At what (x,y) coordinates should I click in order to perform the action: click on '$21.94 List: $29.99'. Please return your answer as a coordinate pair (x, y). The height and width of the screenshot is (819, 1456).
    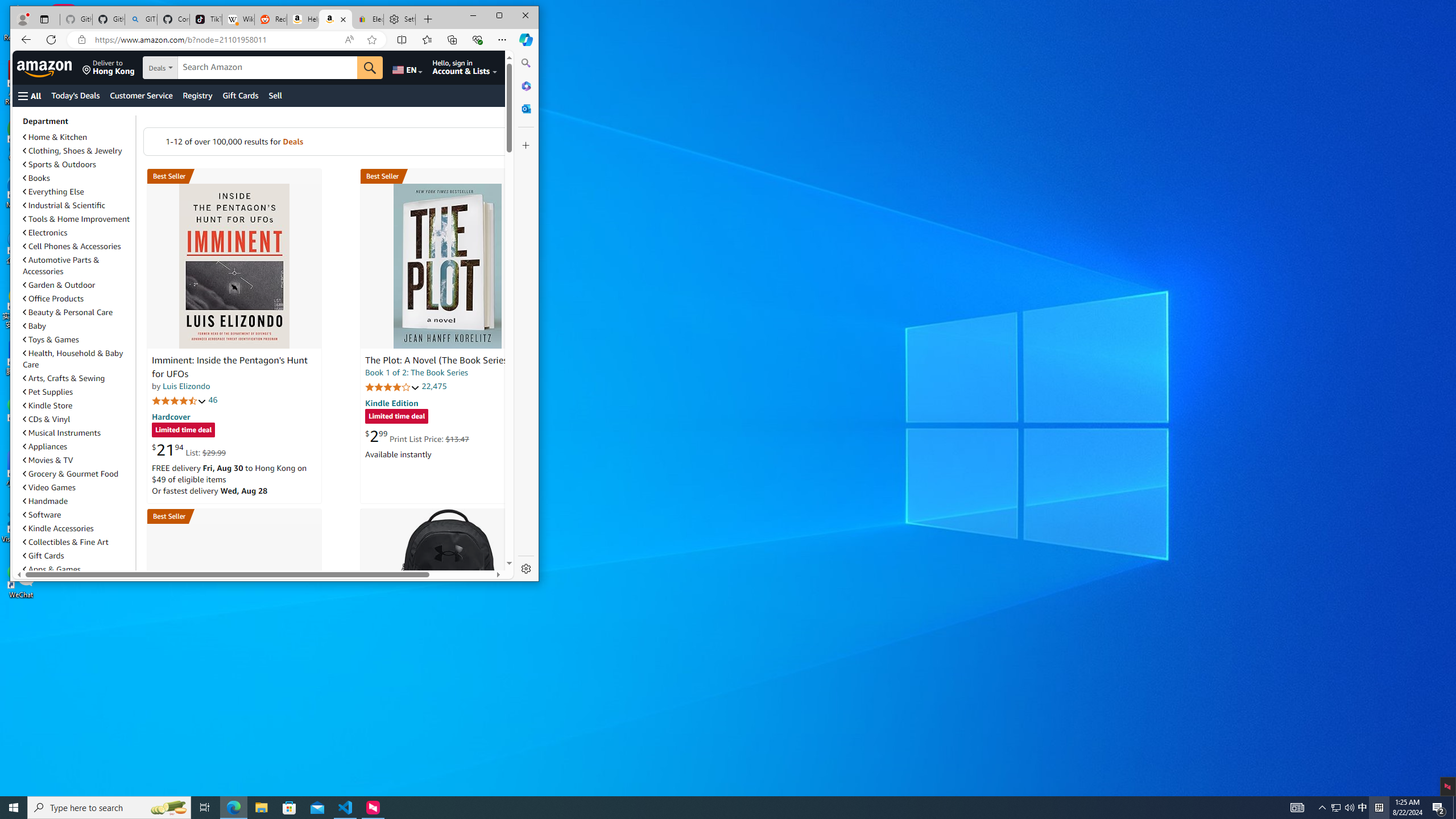
    Looking at the image, I should click on (188, 449).